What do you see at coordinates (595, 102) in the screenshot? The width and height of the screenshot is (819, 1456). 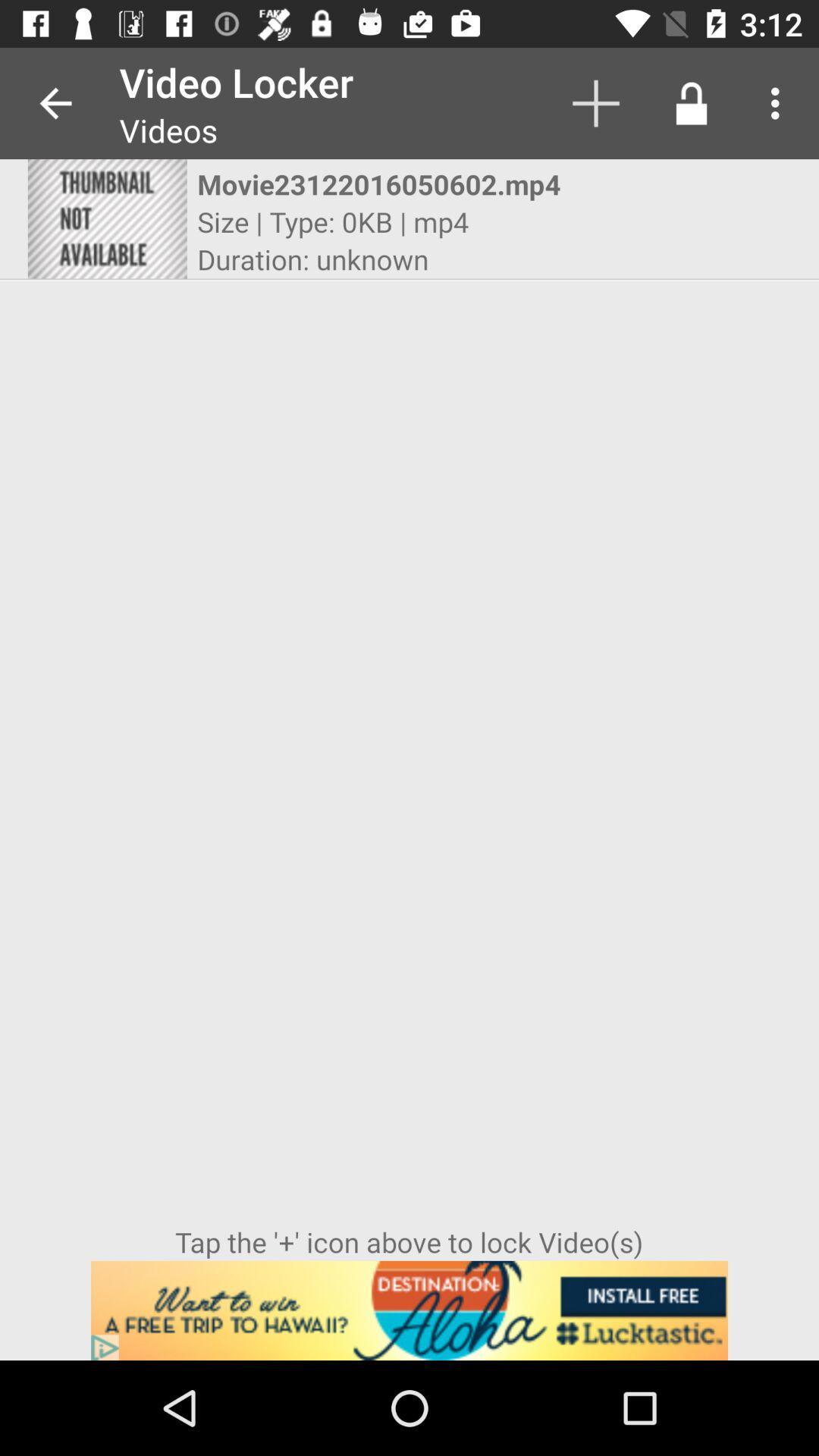 I see `the item above movie23122016050602.mp4 item` at bounding box center [595, 102].